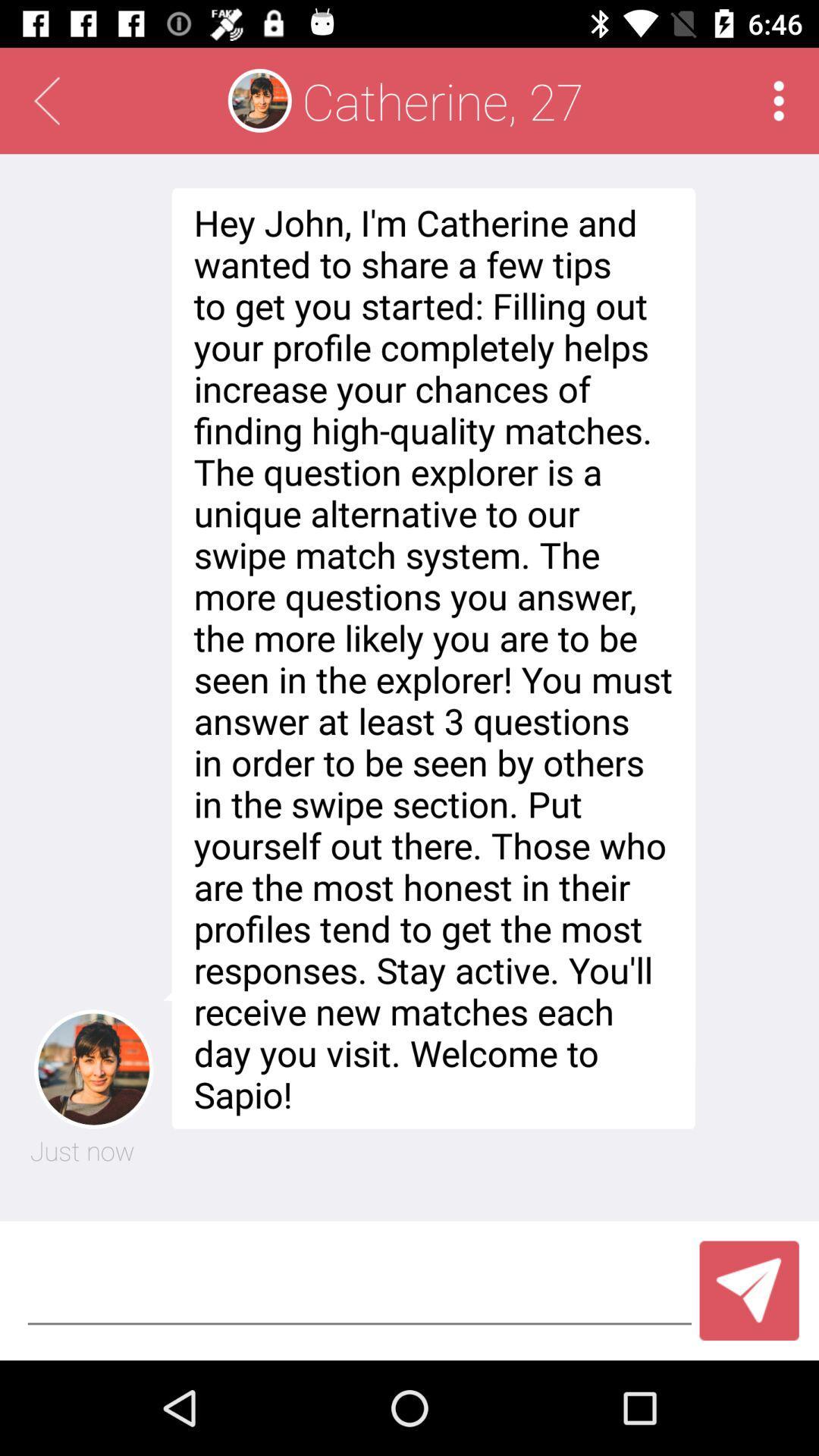 This screenshot has height=1456, width=819. What do you see at coordinates (779, 100) in the screenshot?
I see `the item at the top right corner` at bounding box center [779, 100].